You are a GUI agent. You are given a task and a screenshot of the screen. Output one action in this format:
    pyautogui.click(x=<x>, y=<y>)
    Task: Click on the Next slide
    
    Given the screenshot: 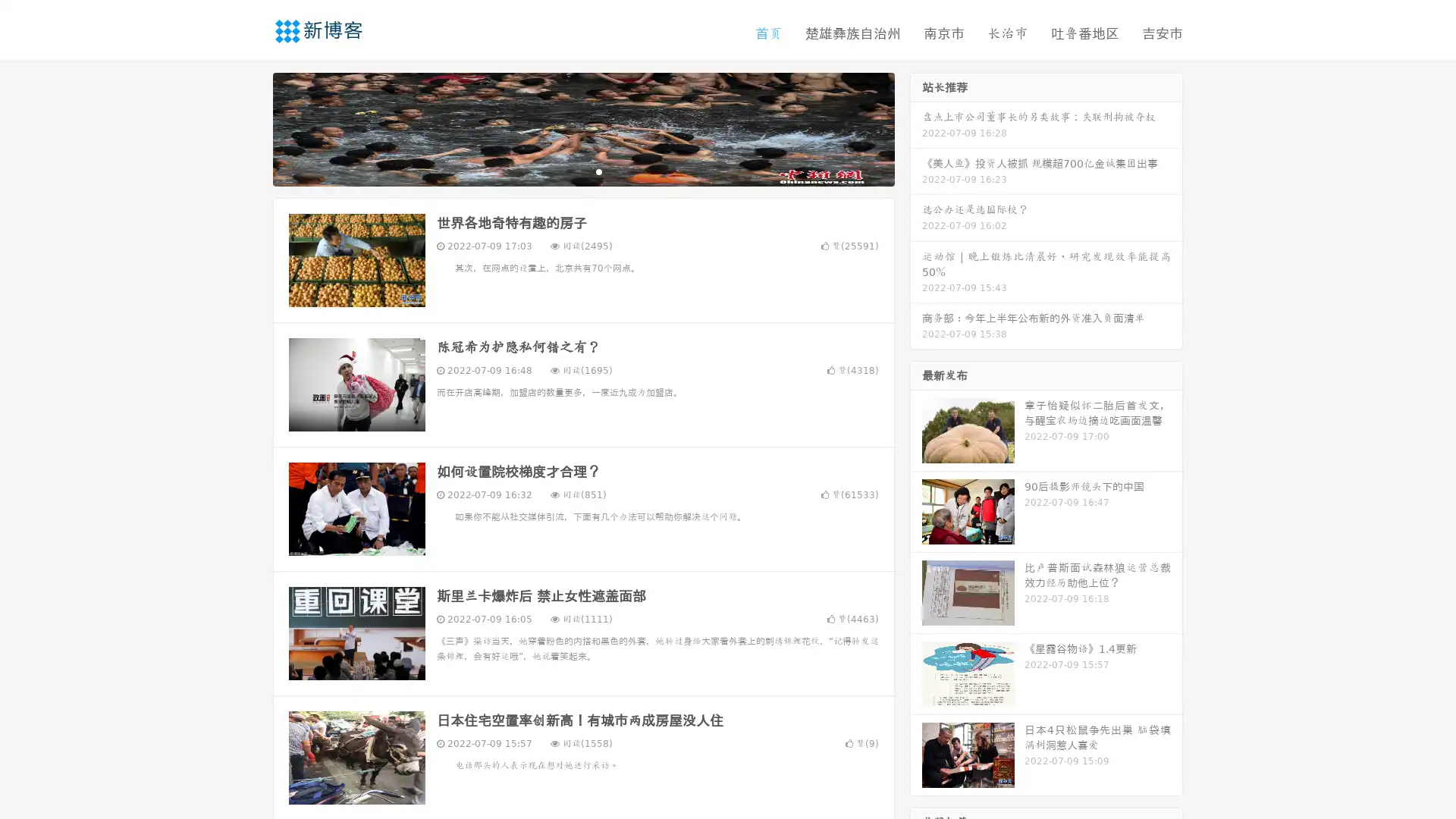 What is the action you would take?
    pyautogui.click(x=916, y=127)
    